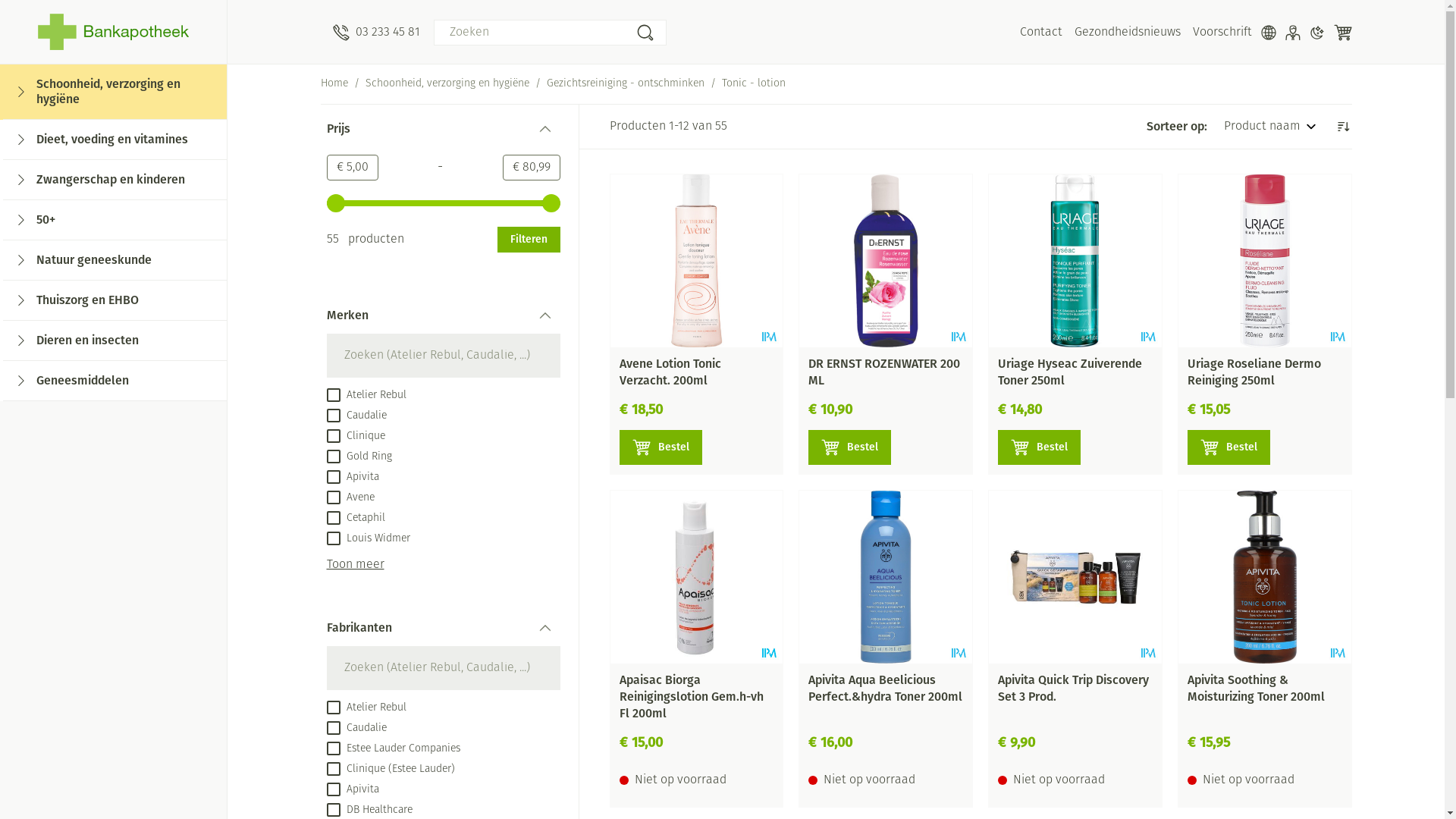  Describe the element at coordinates (114, 220) in the screenshot. I see `'50+'` at that location.